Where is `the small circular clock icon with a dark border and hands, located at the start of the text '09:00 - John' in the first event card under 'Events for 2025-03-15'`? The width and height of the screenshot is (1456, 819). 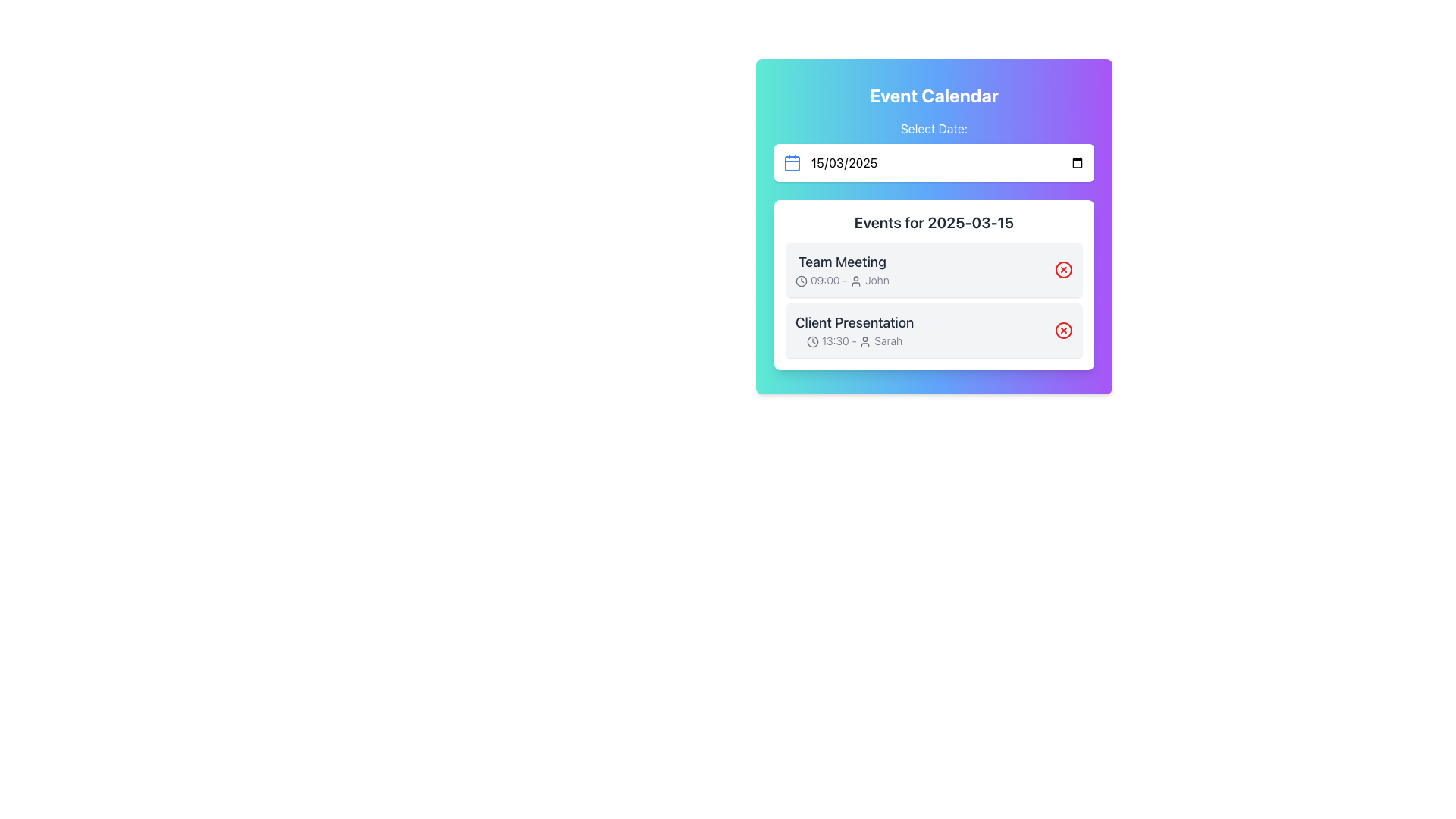
the small circular clock icon with a dark border and hands, located at the start of the text '09:00 - John' in the first event card under 'Events for 2025-03-15' is located at coordinates (800, 281).